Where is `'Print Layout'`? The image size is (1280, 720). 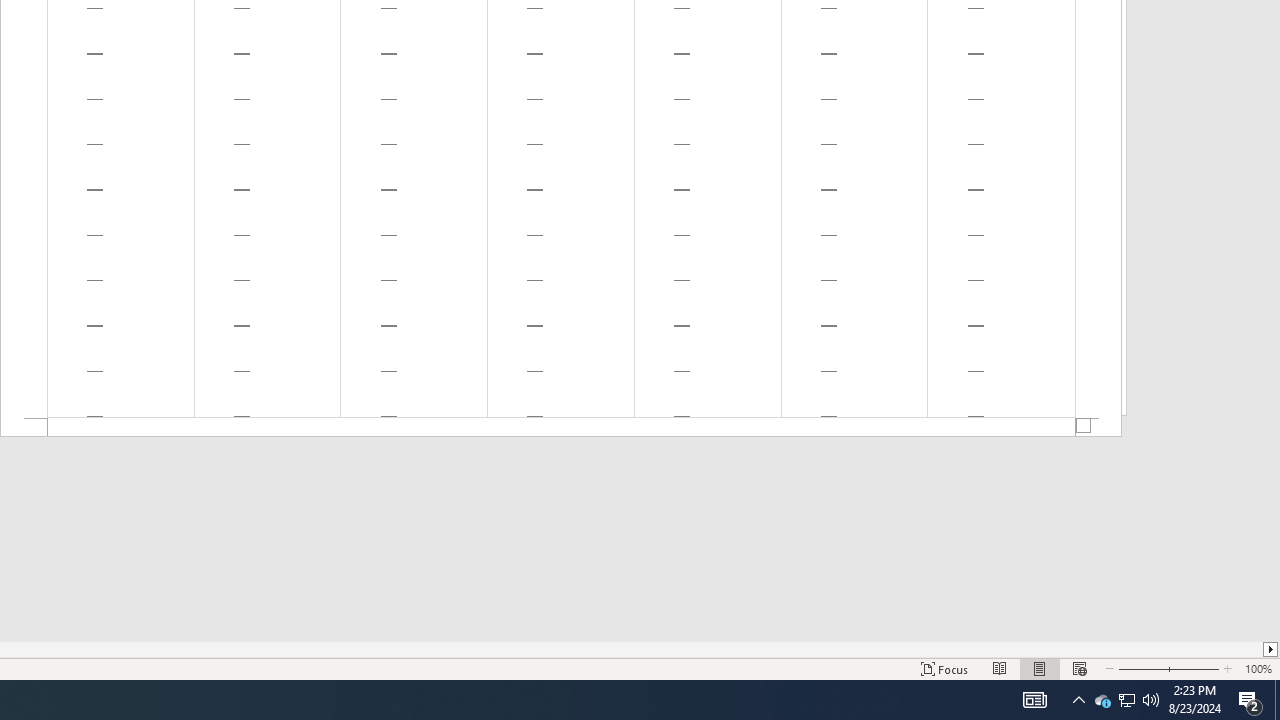 'Print Layout' is located at coordinates (1040, 669).